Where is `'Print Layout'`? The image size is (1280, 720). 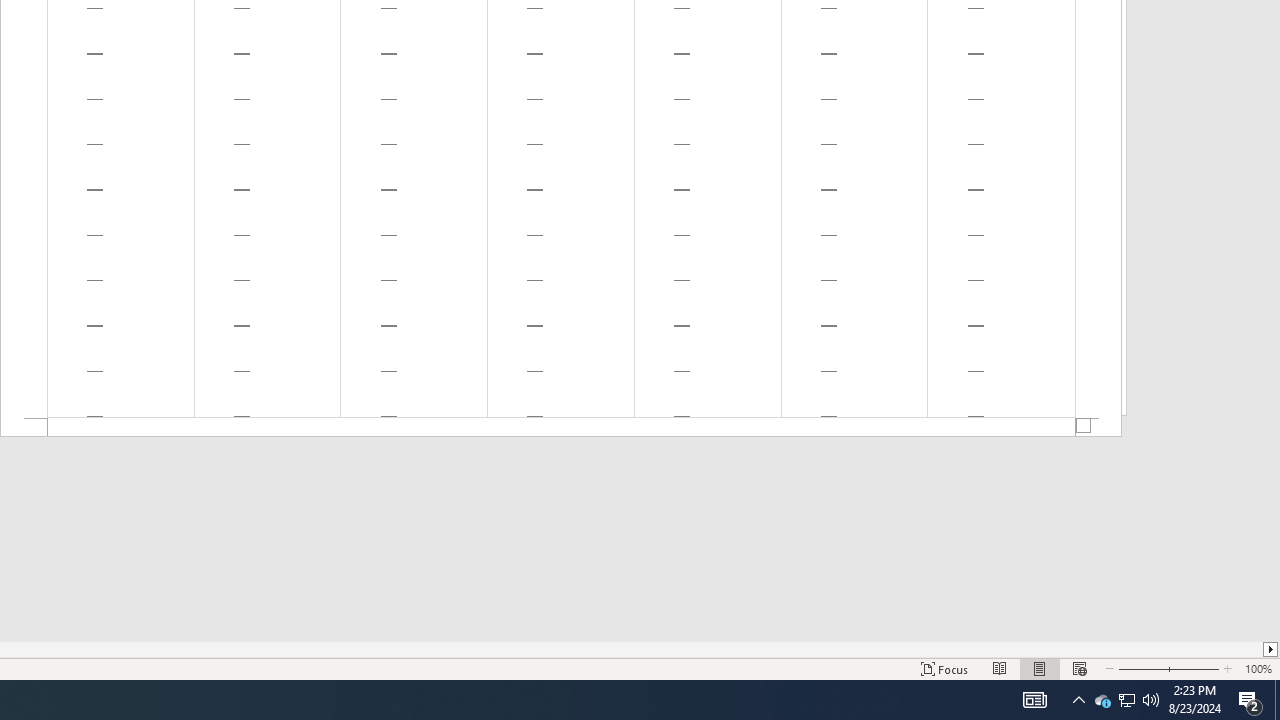 'Print Layout' is located at coordinates (1040, 669).